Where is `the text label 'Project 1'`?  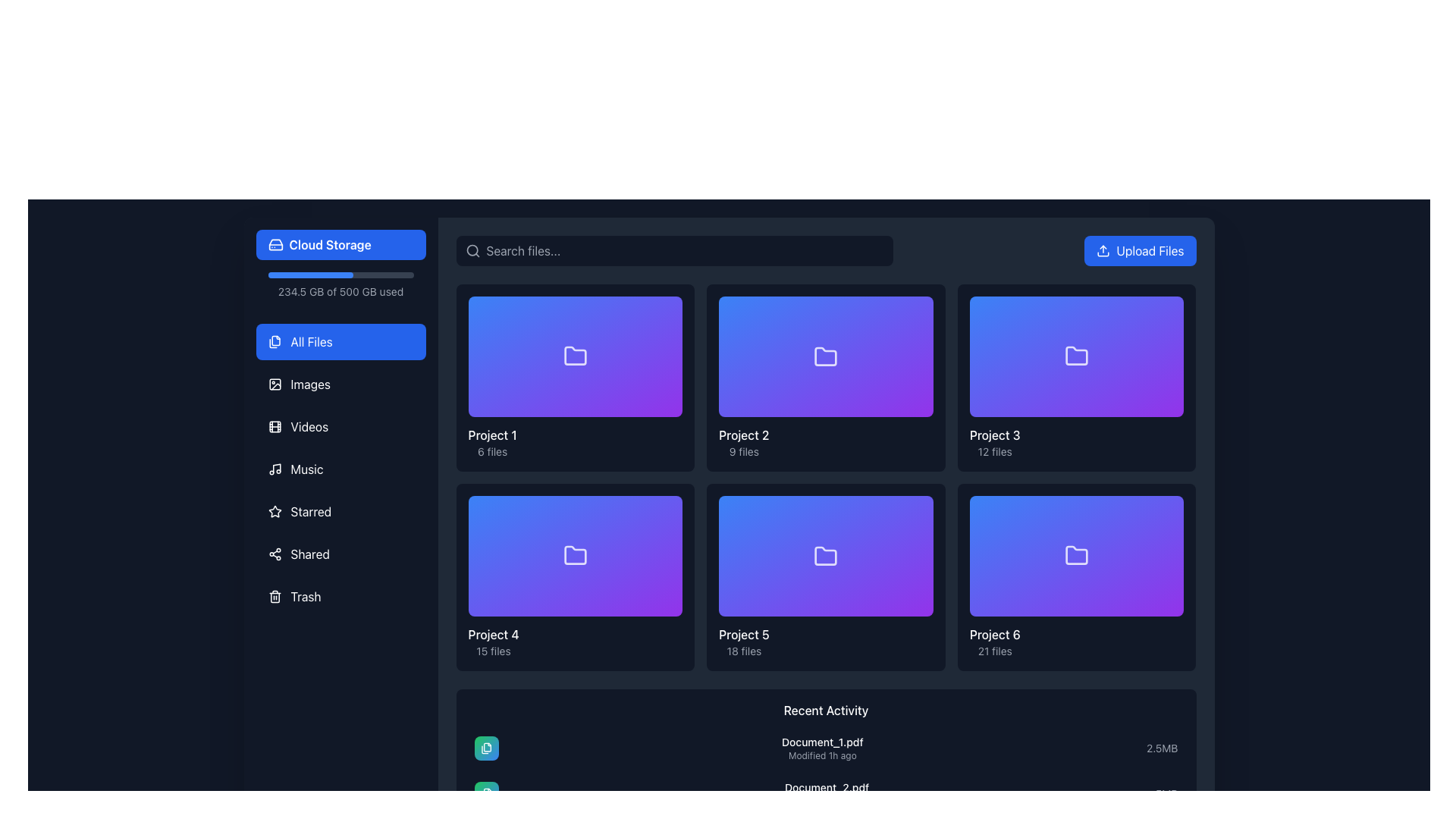 the text label 'Project 1' is located at coordinates (492, 435).